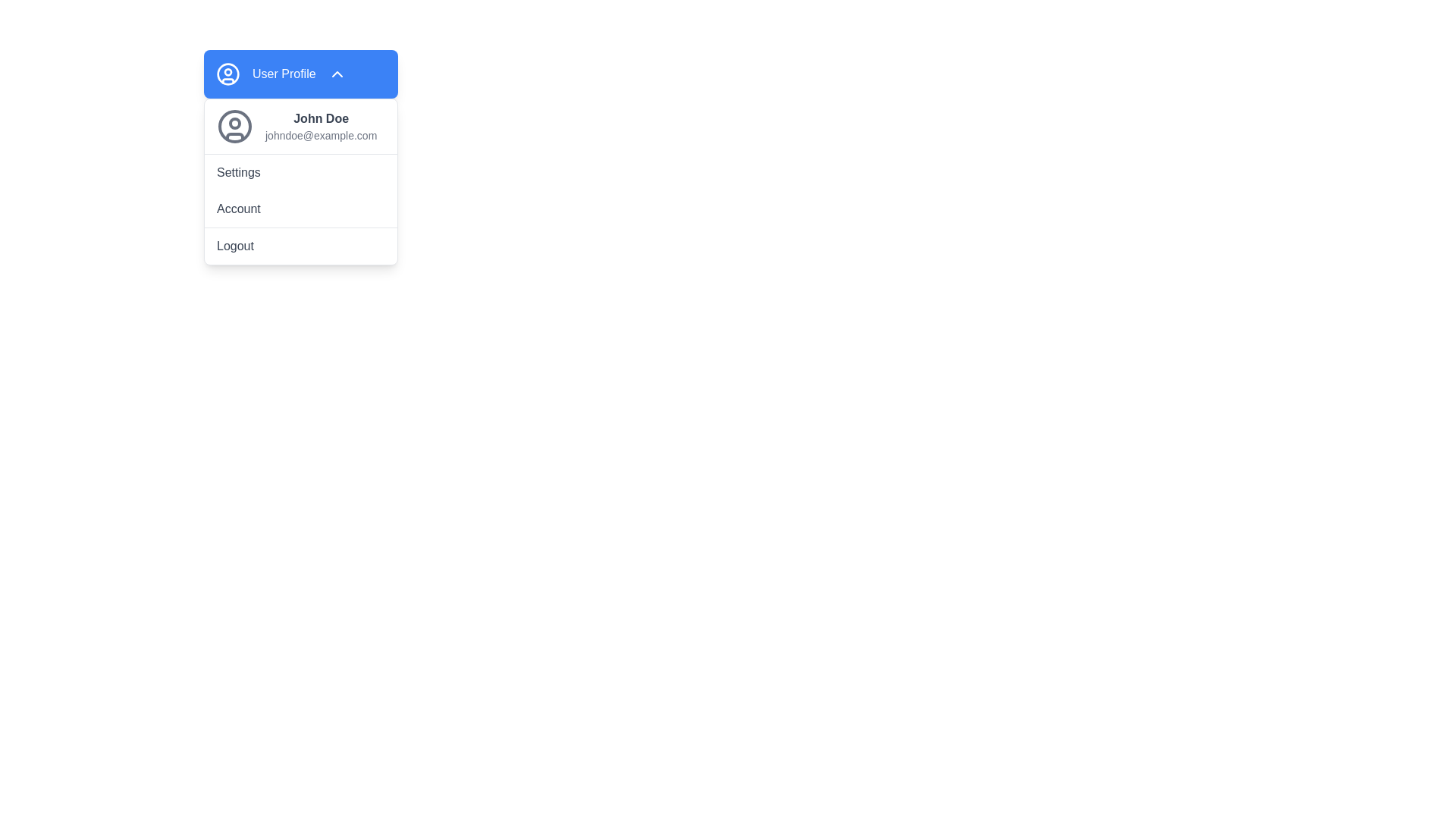  I want to click on the 'User Profile' text label, which is styled with a white font on a blue background and centrally aligned in the top bar of the dropdown section, situated between a circular user icon and a downward-facing chevron icon, so click(284, 74).